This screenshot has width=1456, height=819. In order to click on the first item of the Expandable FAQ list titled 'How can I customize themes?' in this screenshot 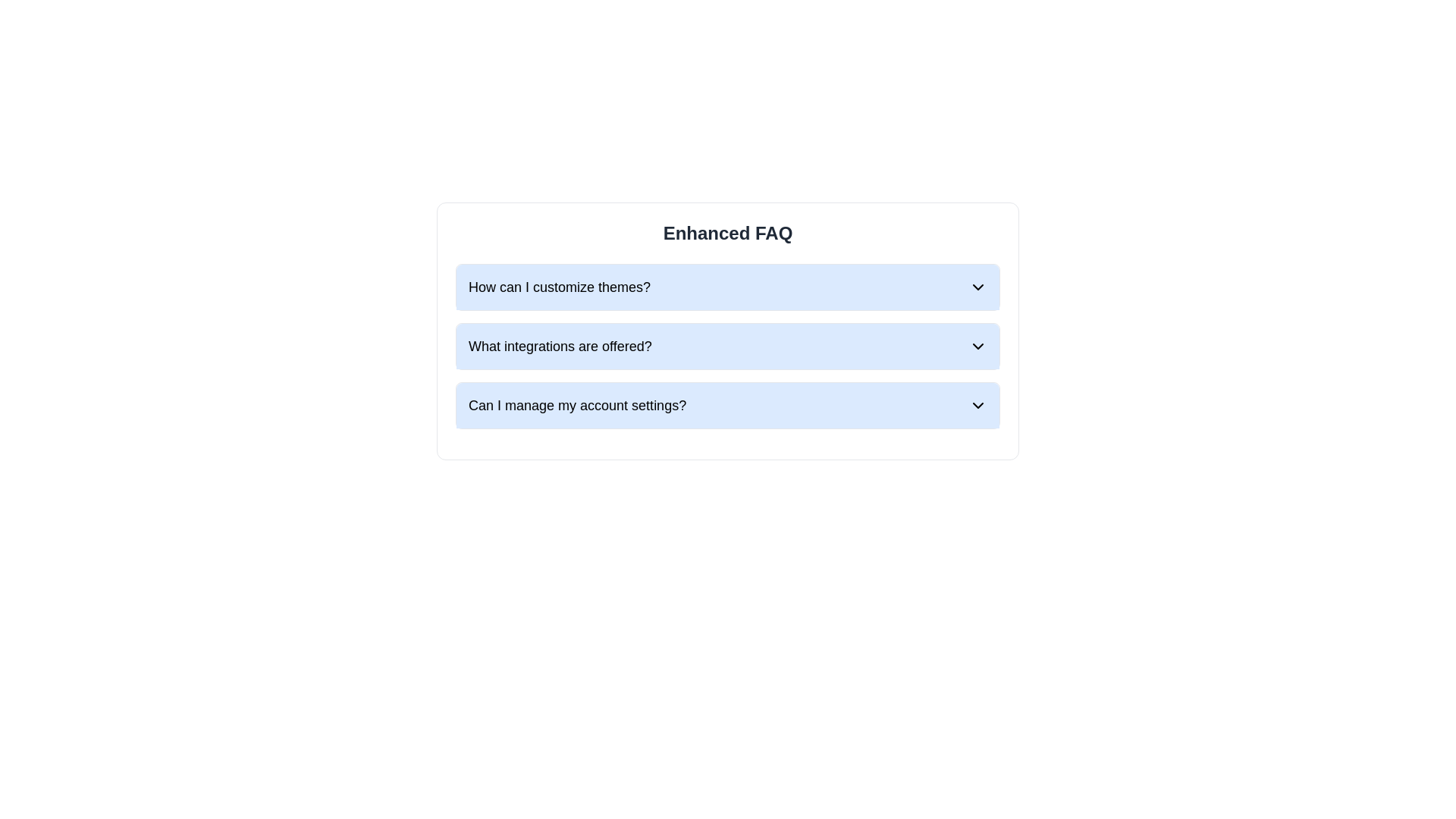, I will do `click(728, 287)`.